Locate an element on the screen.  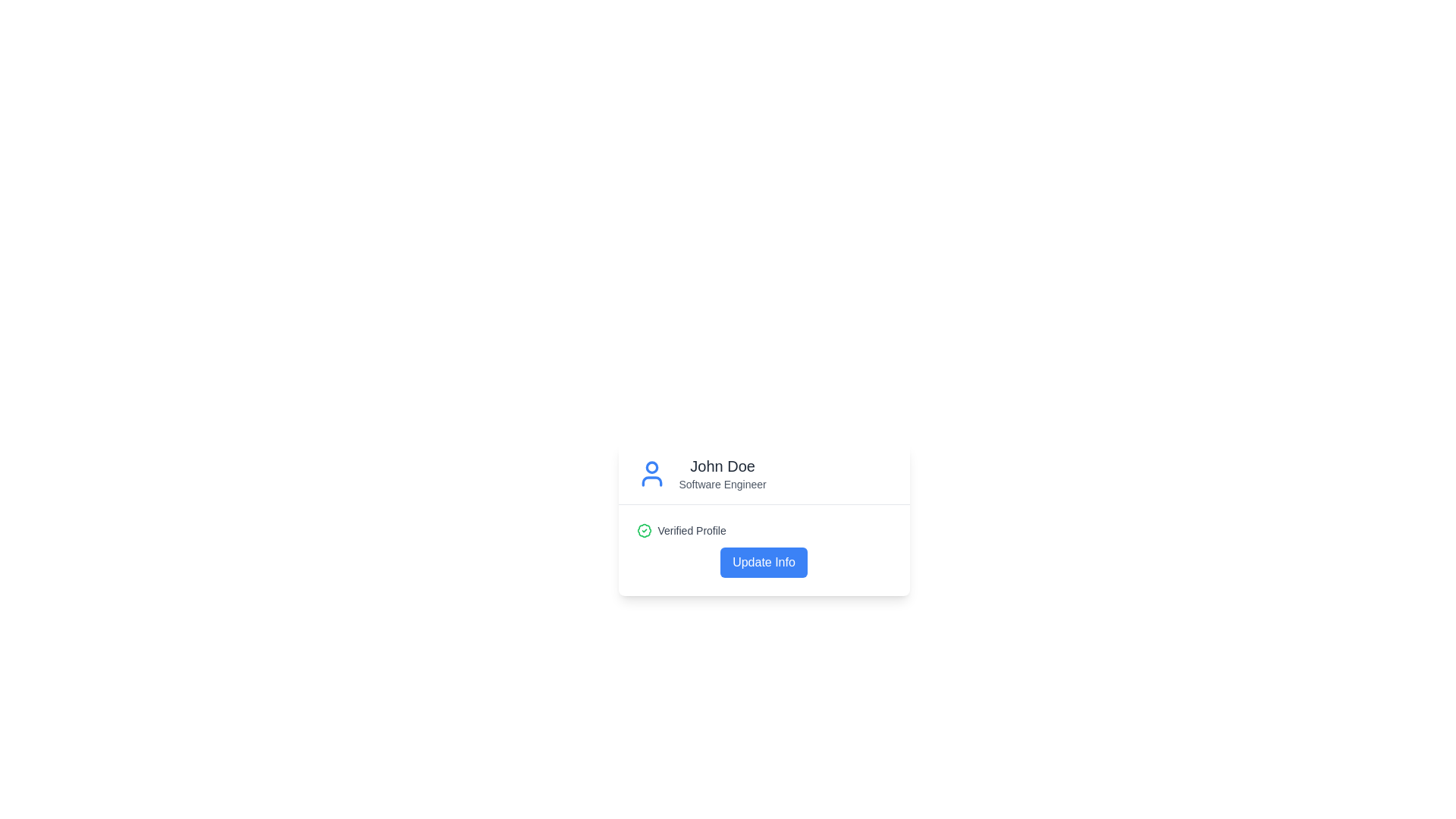
the text label indicating the role 'Software Engineer' located below the name 'John Doe' in the user profile card is located at coordinates (722, 485).